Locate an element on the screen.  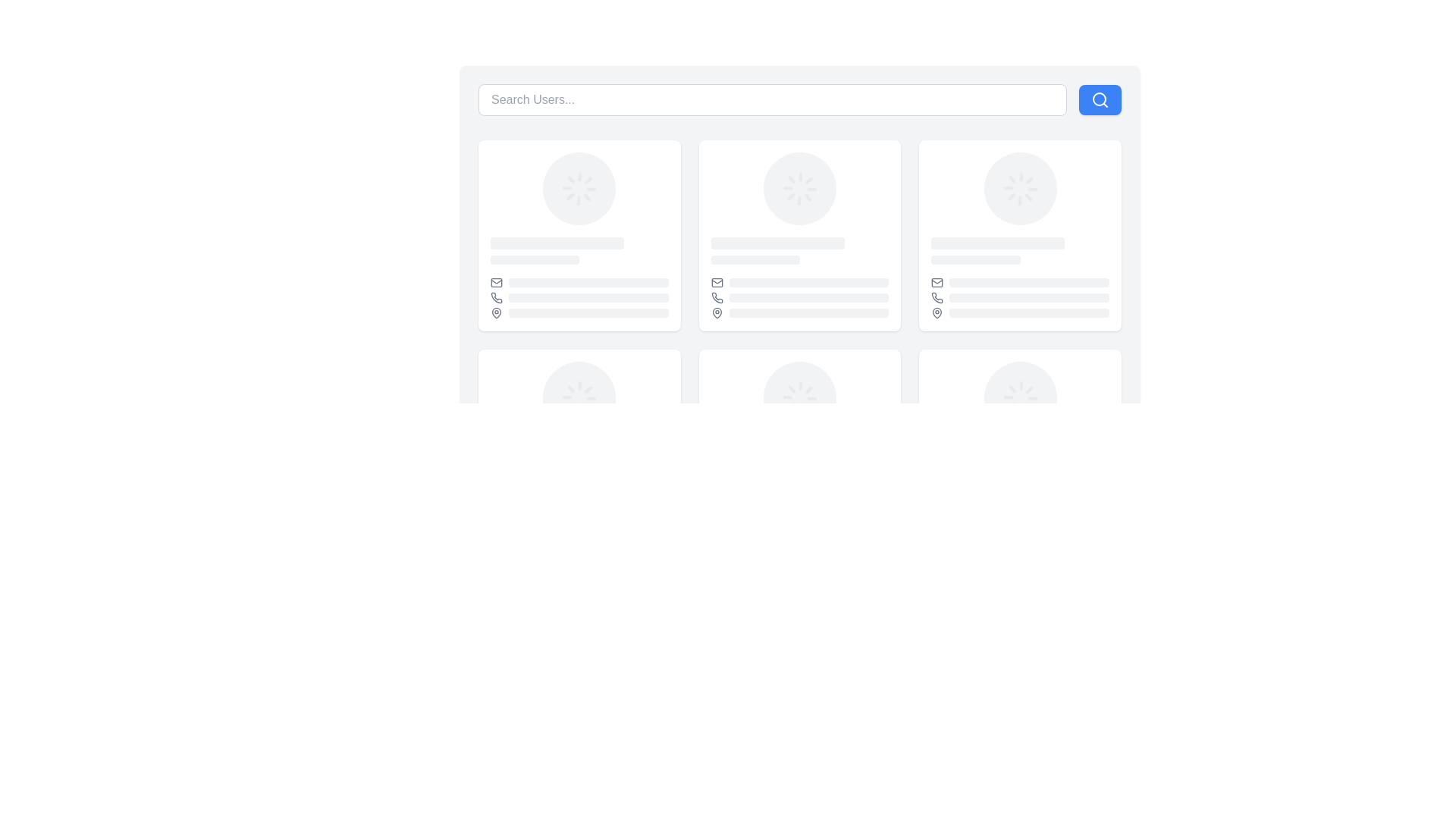
the circular loading spinner element in the center column of the lower row within the user cards grid layout is located at coordinates (799, 397).